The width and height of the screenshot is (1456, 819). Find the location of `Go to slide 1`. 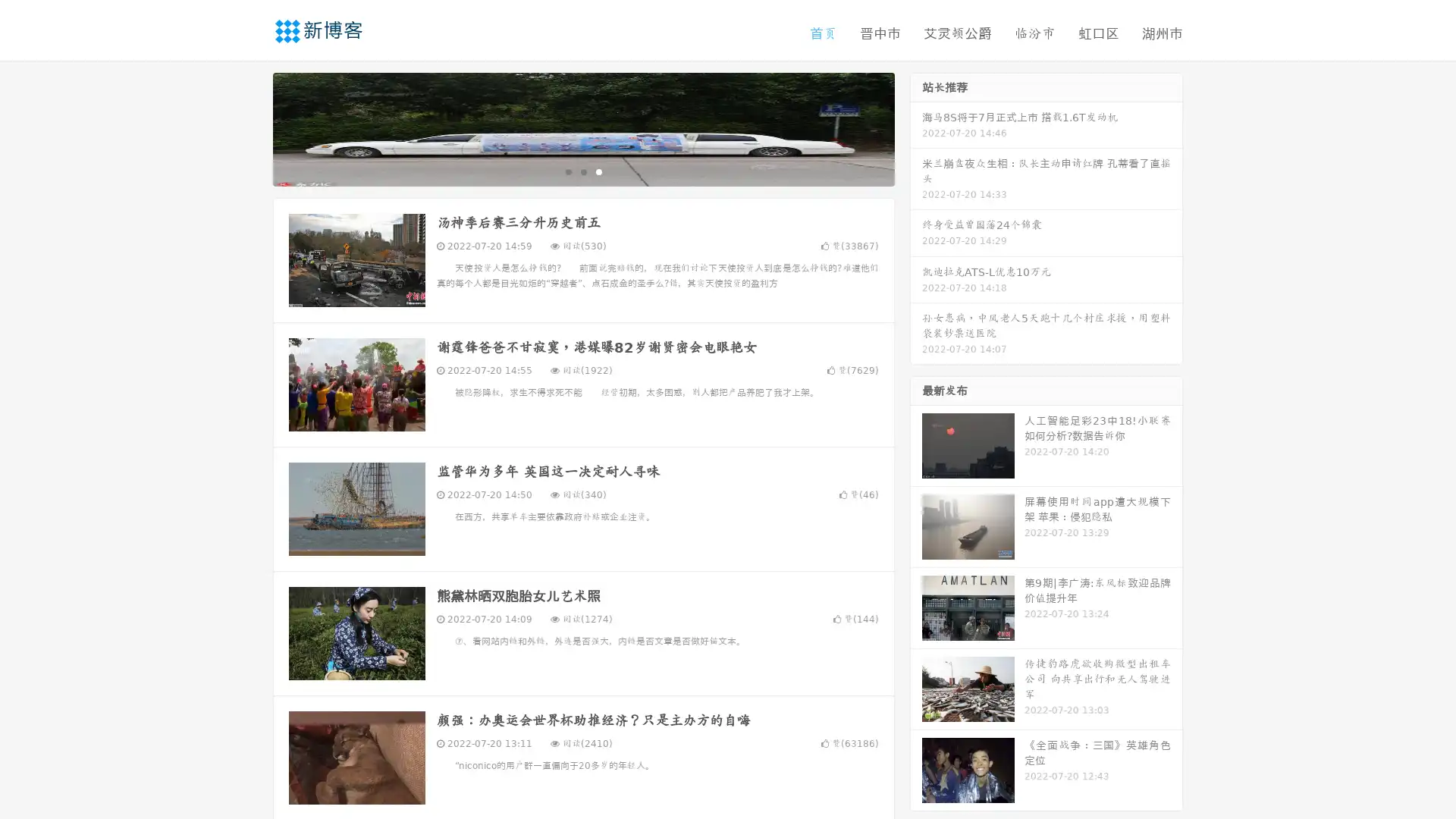

Go to slide 1 is located at coordinates (567, 171).